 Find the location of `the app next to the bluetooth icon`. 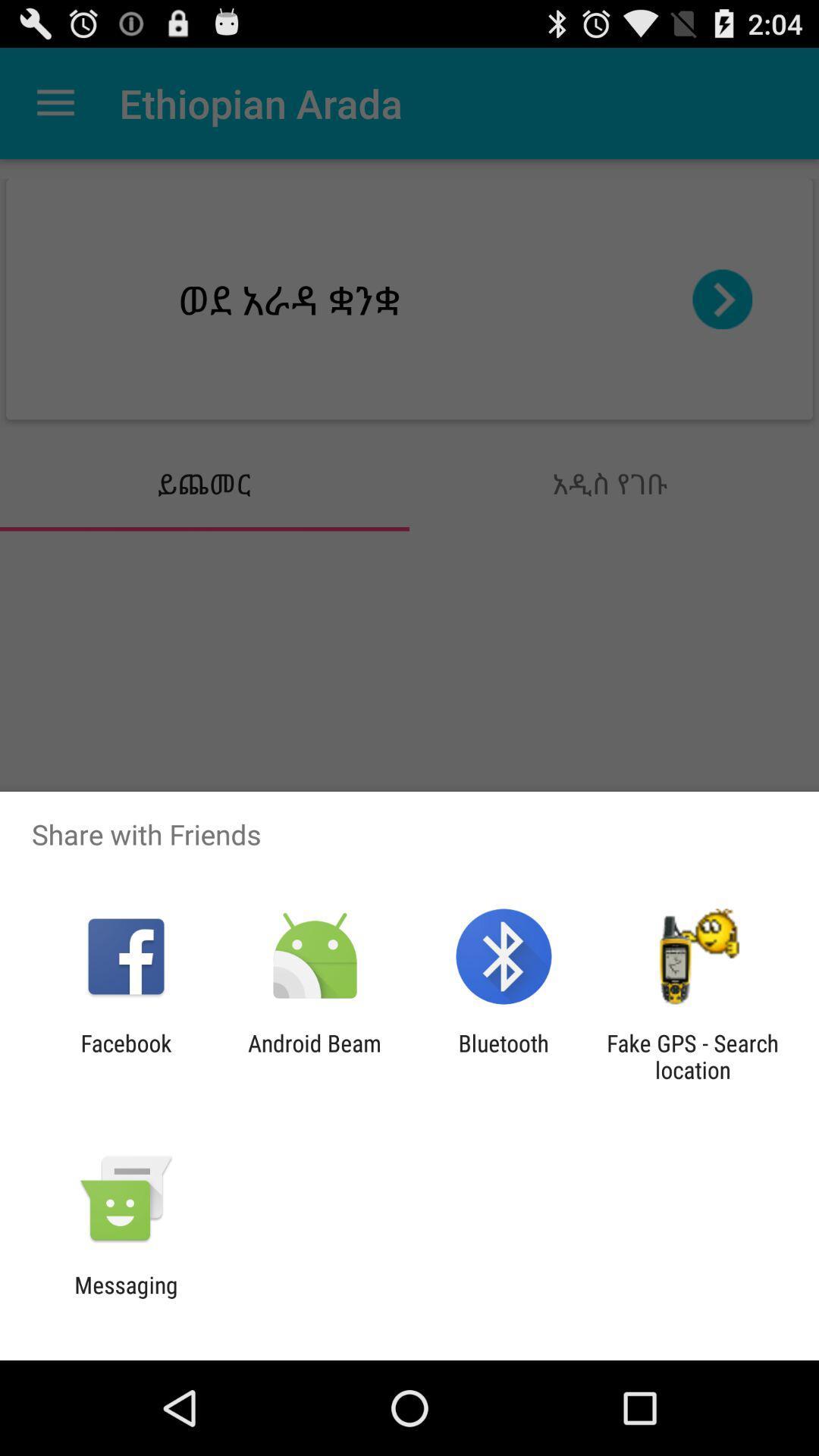

the app next to the bluetooth icon is located at coordinates (692, 1056).